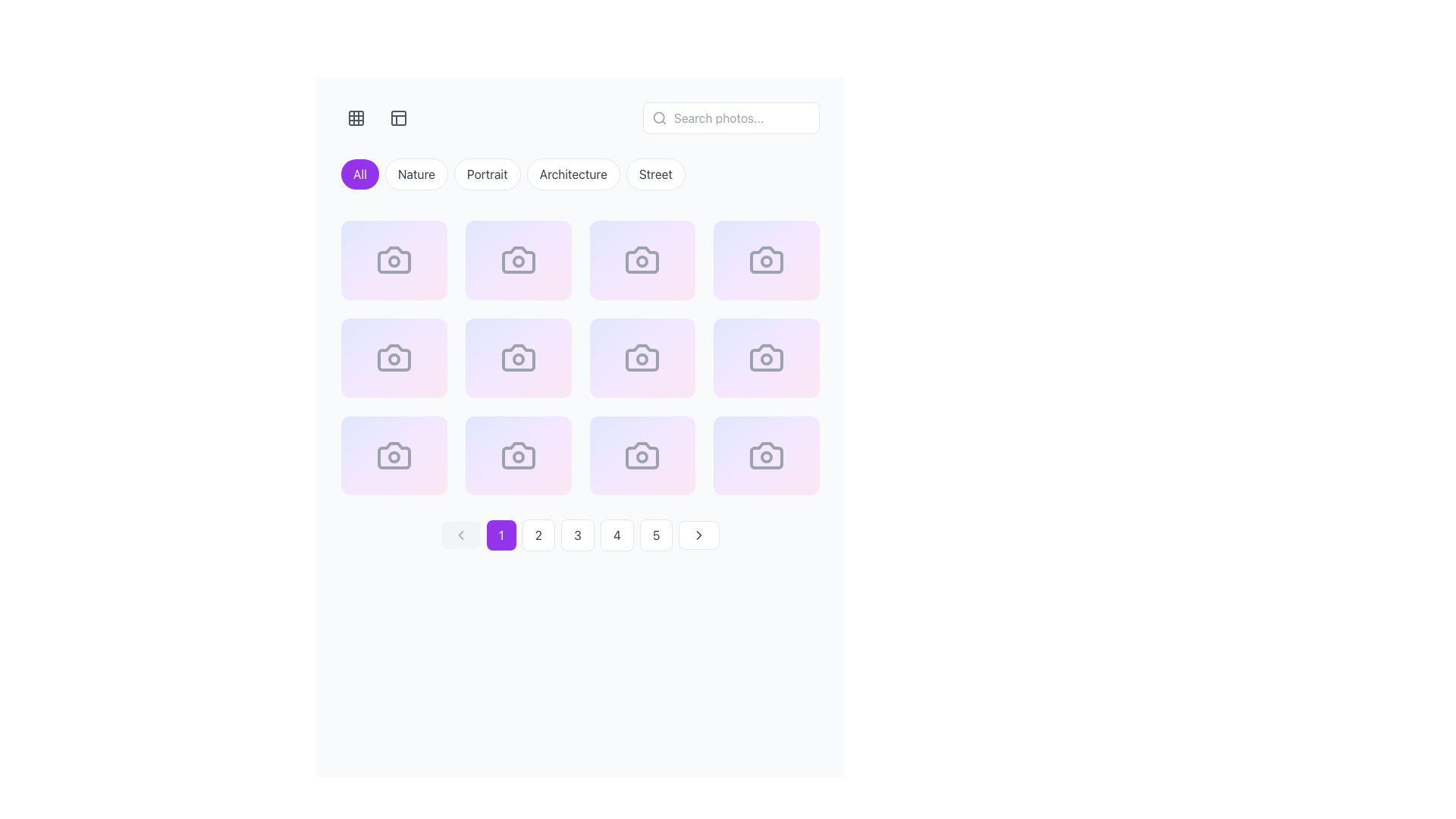 Image resolution: width=1456 pixels, height=819 pixels. What do you see at coordinates (366, 469) in the screenshot?
I see `the heart icon element` at bounding box center [366, 469].